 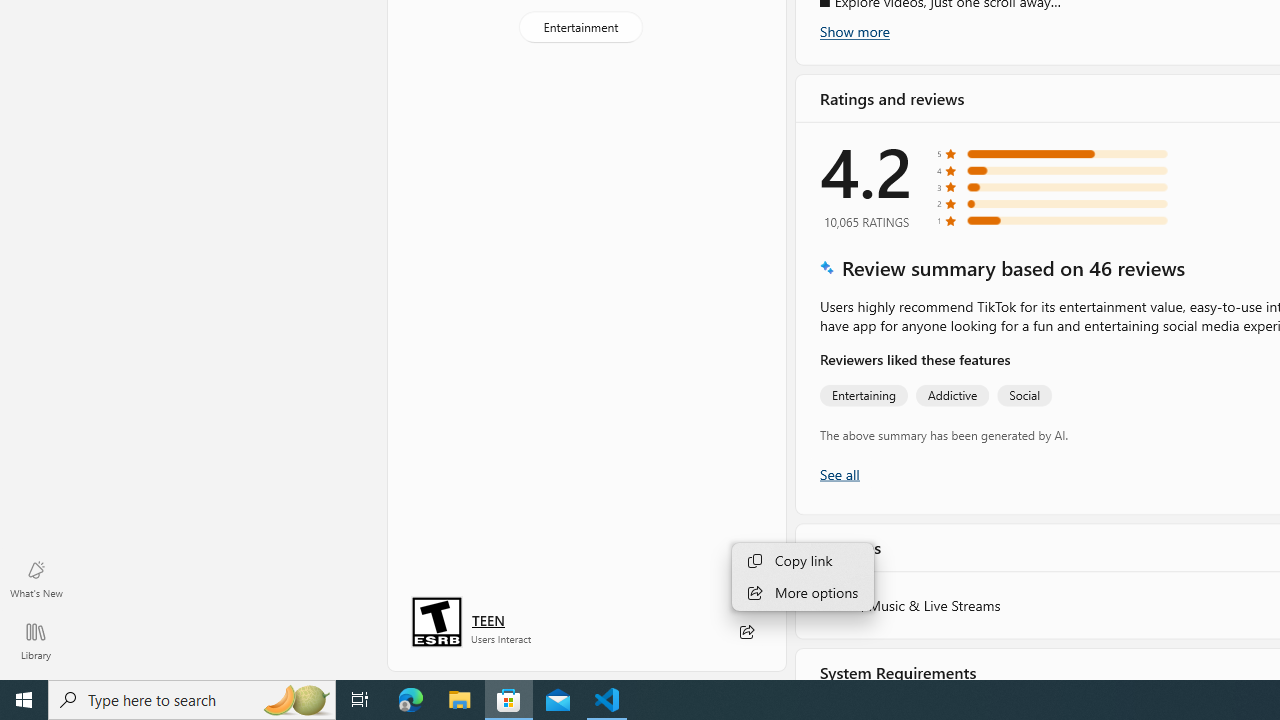 I want to click on 'Show more', so click(x=855, y=31).